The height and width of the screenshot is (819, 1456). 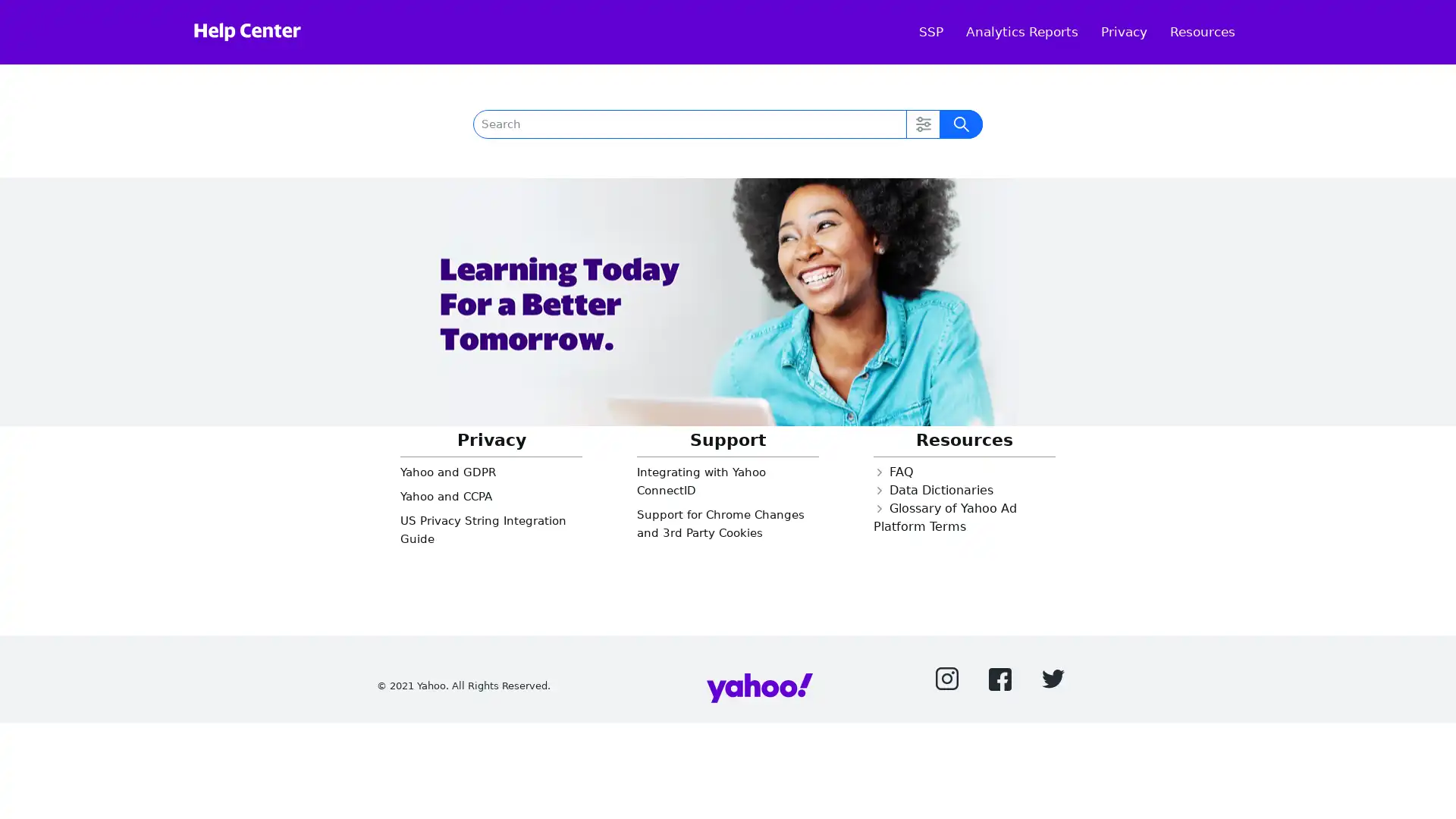 What do you see at coordinates (944, 516) in the screenshot?
I see `Closed Glossary of Yahoo Ad Platform Terms` at bounding box center [944, 516].